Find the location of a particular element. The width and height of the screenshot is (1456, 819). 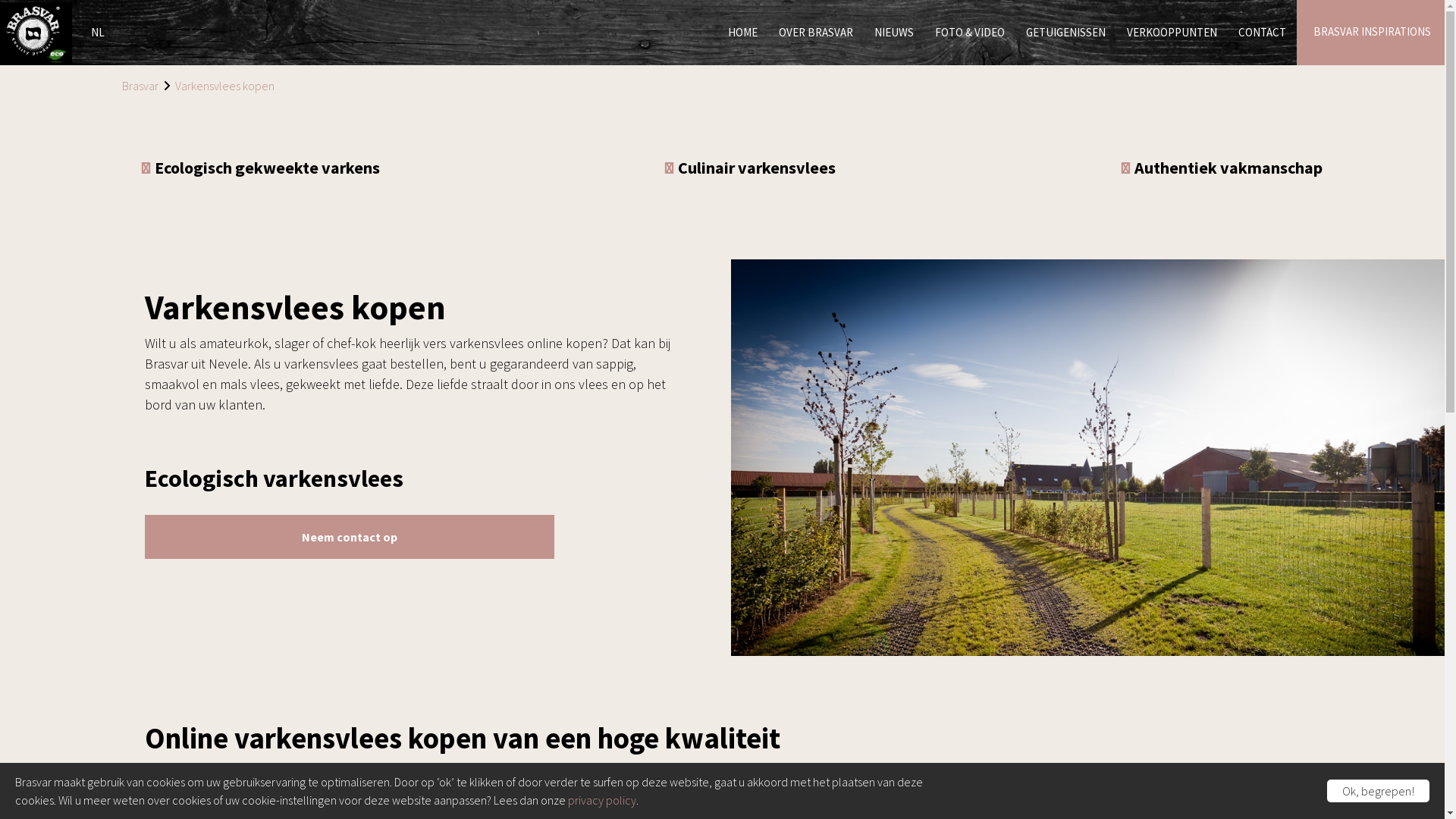

'VERKOOPPUNTEN' is located at coordinates (1171, 33).